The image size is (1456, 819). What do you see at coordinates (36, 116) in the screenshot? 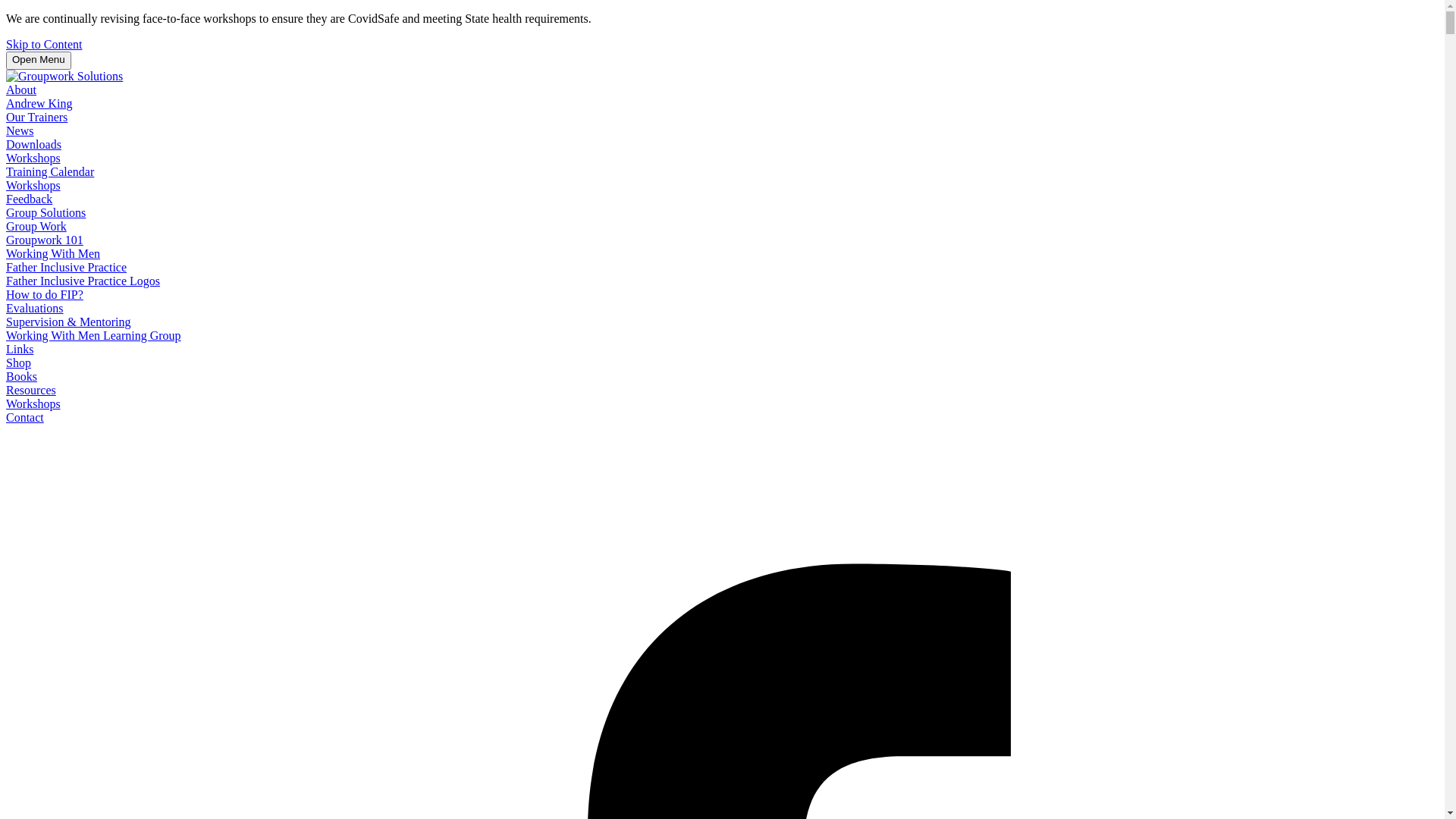
I see `'Our Trainers'` at bounding box center [36, 116].